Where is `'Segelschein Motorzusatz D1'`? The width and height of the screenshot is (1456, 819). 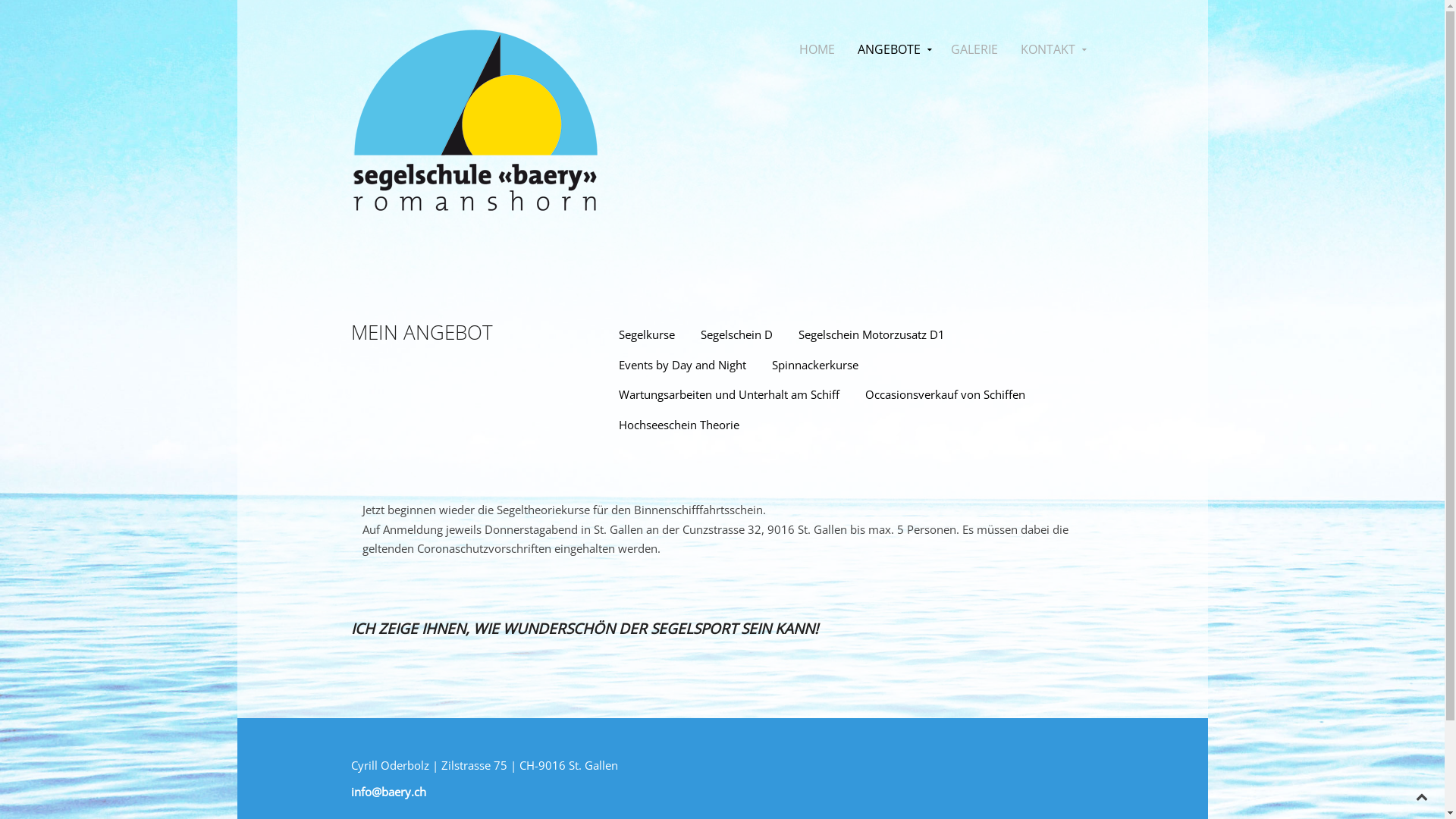
'Segelschein Motorzusatz D1' is located at coordinates (871, 334).